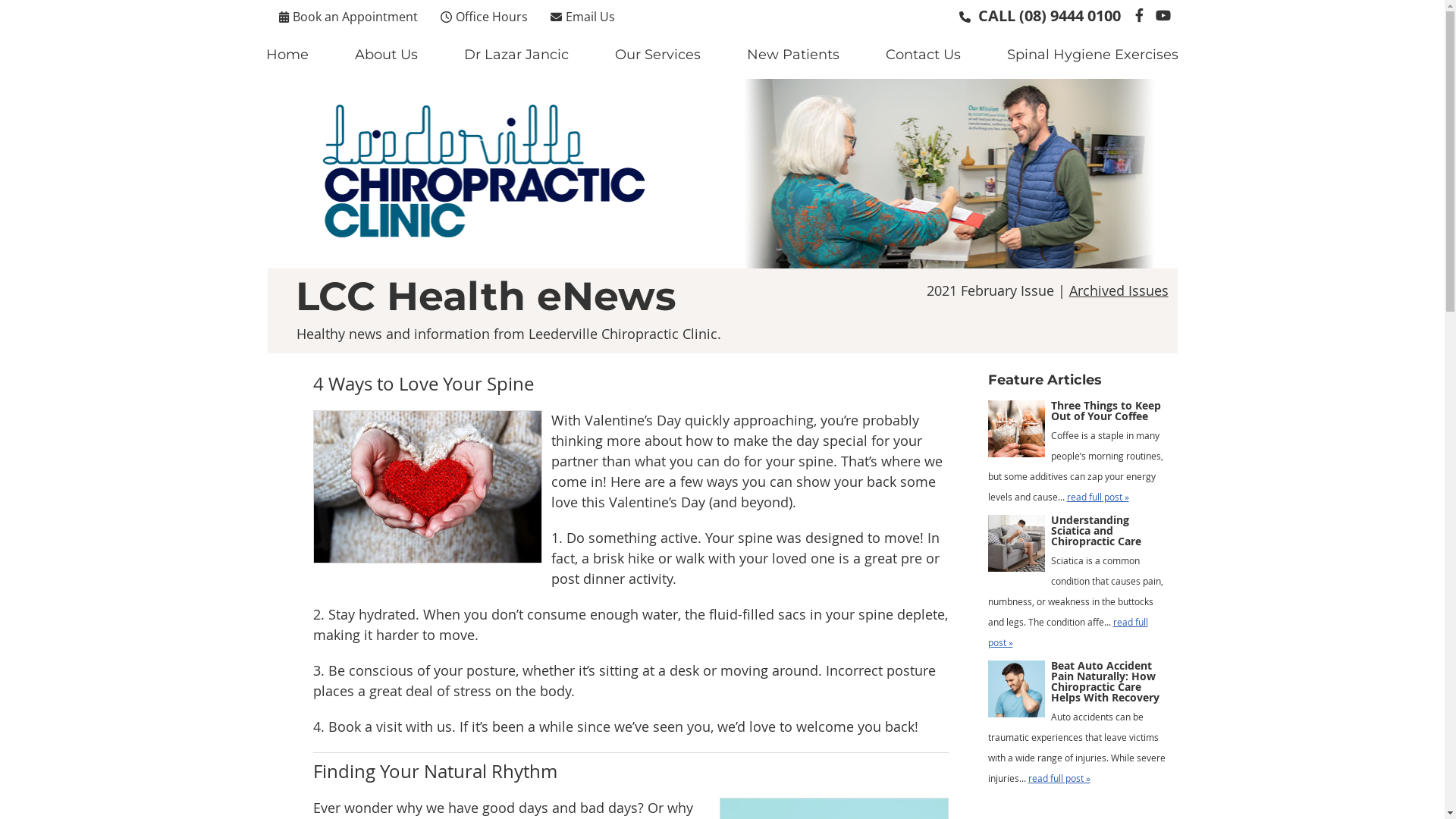 This screenshot has height=819, width=1456. What do you see at coordinates (1015, 547) in the screenshot?
I see `'Understanding Sciatica and Chiropractic Care'` at bounding box center [1015, 547].